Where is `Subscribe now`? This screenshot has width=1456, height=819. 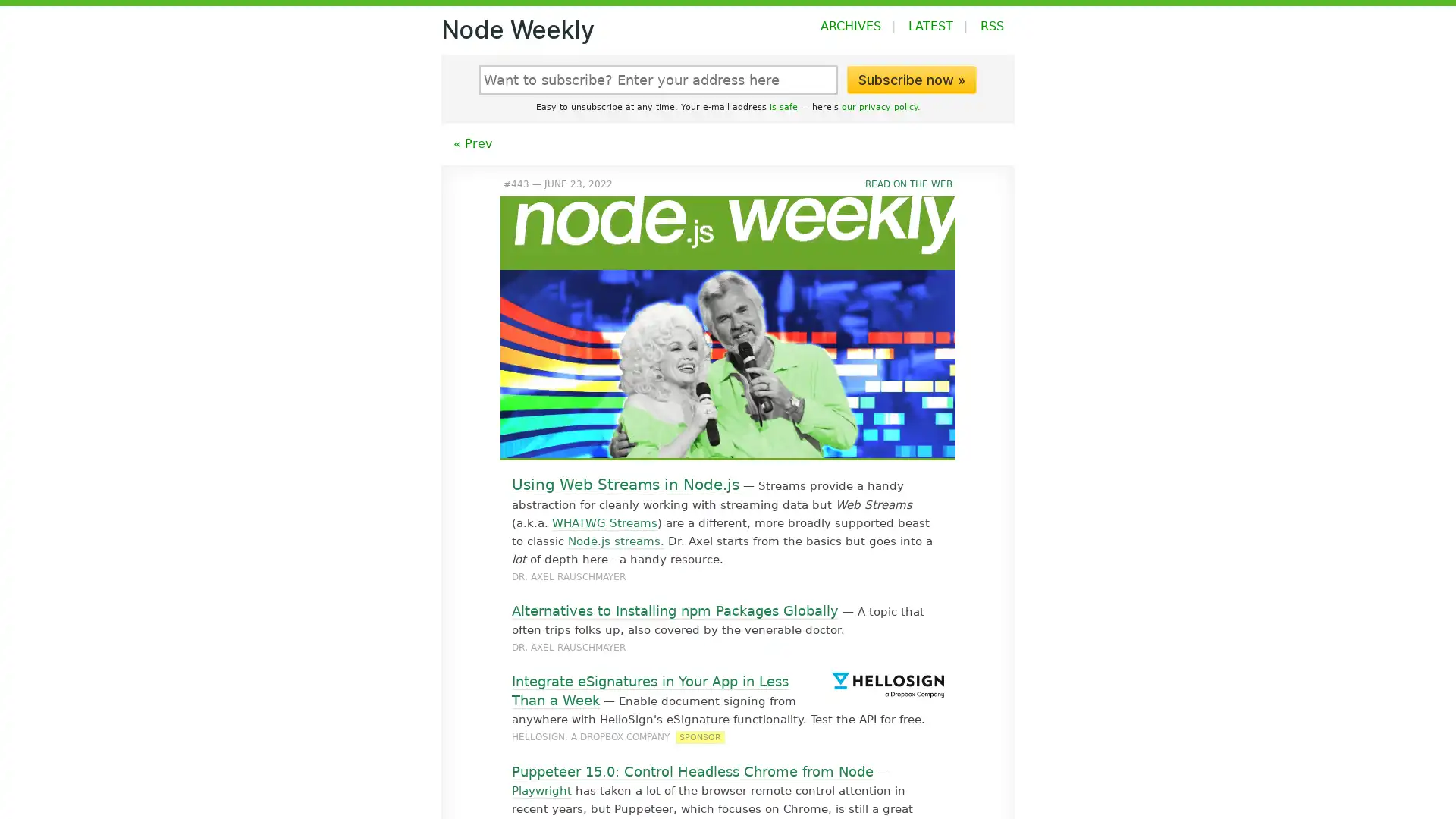 Subscribe now is located at coordinates (911, 80).